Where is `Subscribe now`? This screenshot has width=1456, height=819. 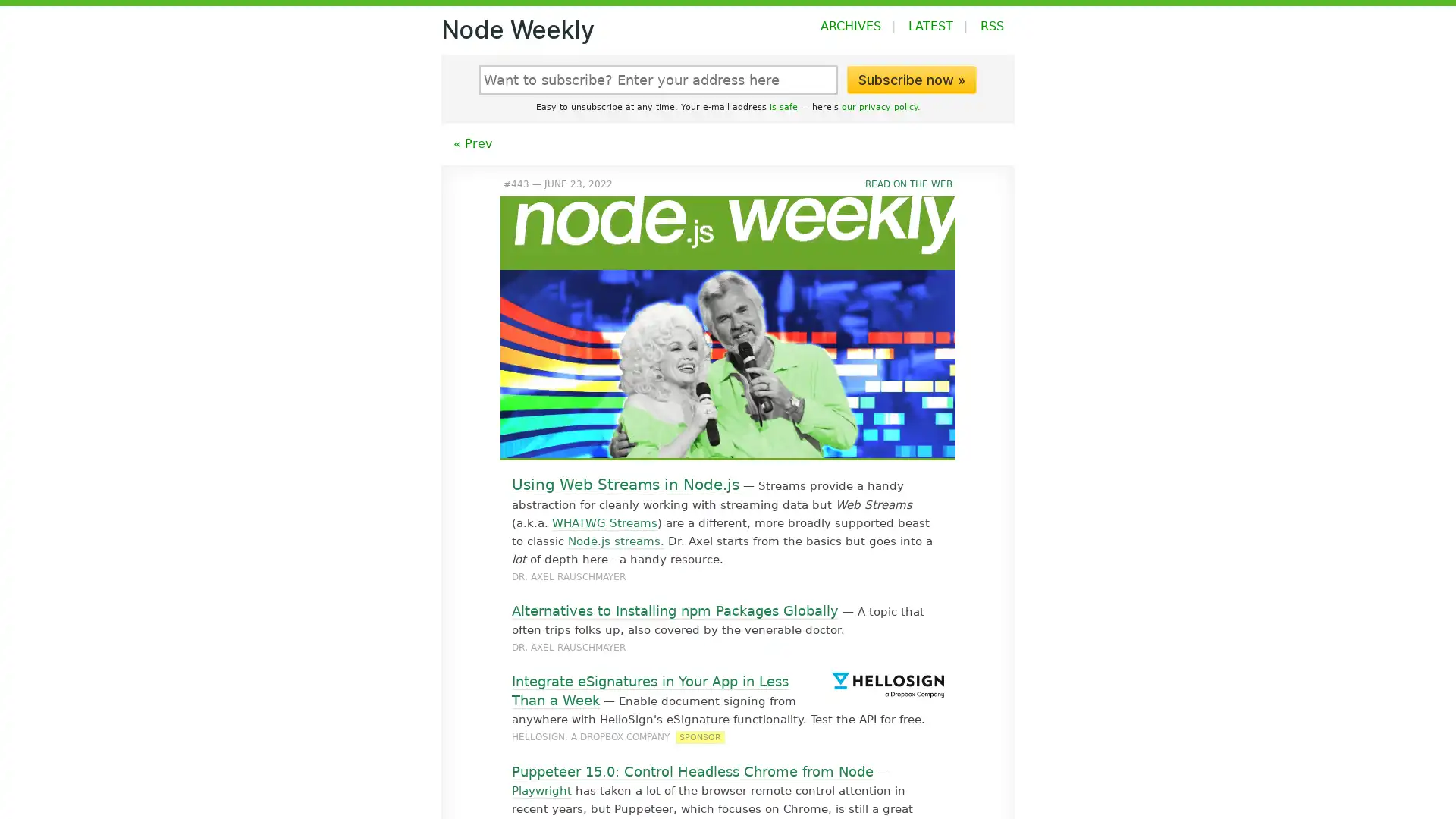 Subscribe now is located at coordinates (911, 80).